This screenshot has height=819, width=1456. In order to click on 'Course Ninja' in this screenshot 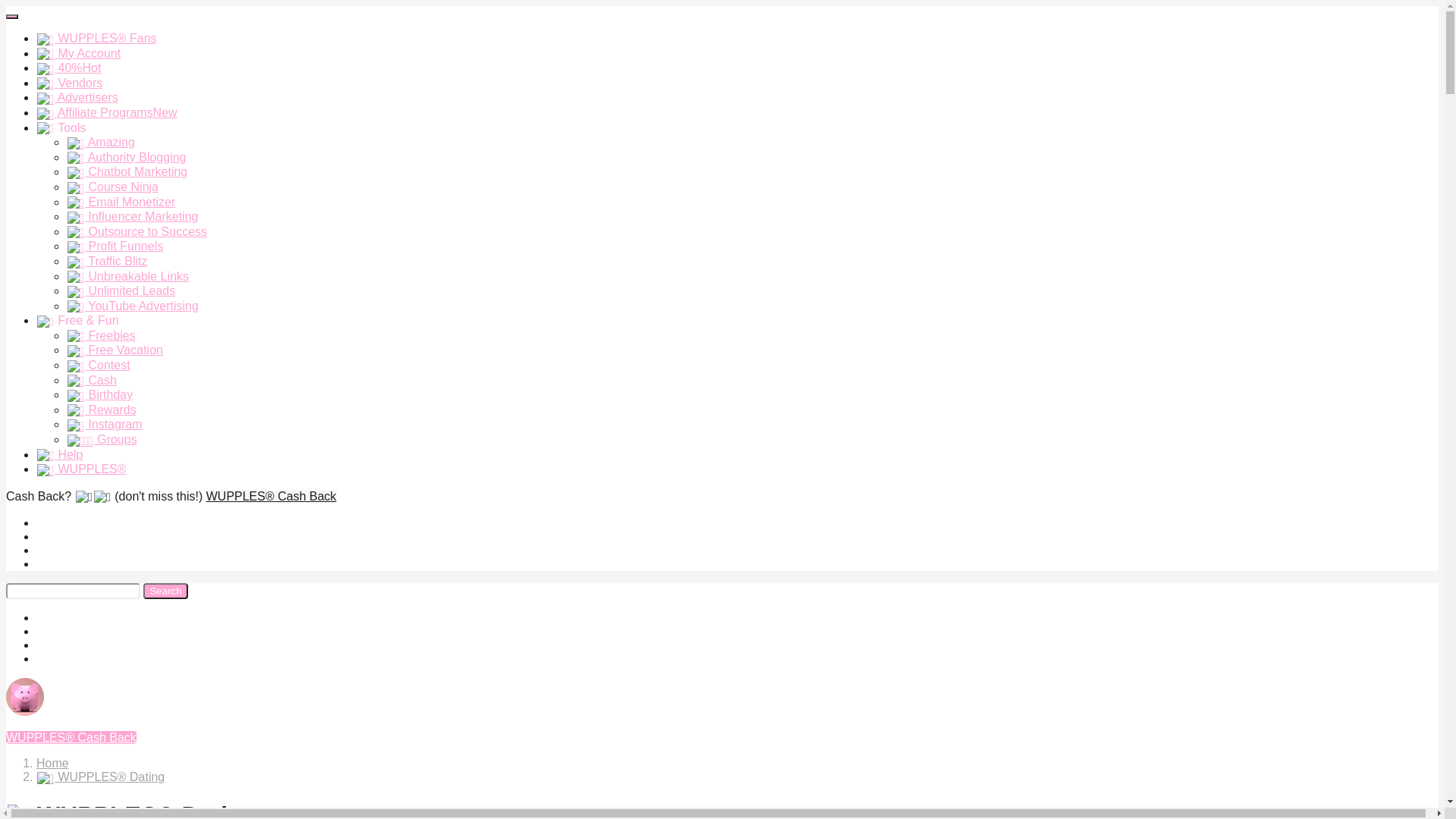, I will do `click(111, 186)`.